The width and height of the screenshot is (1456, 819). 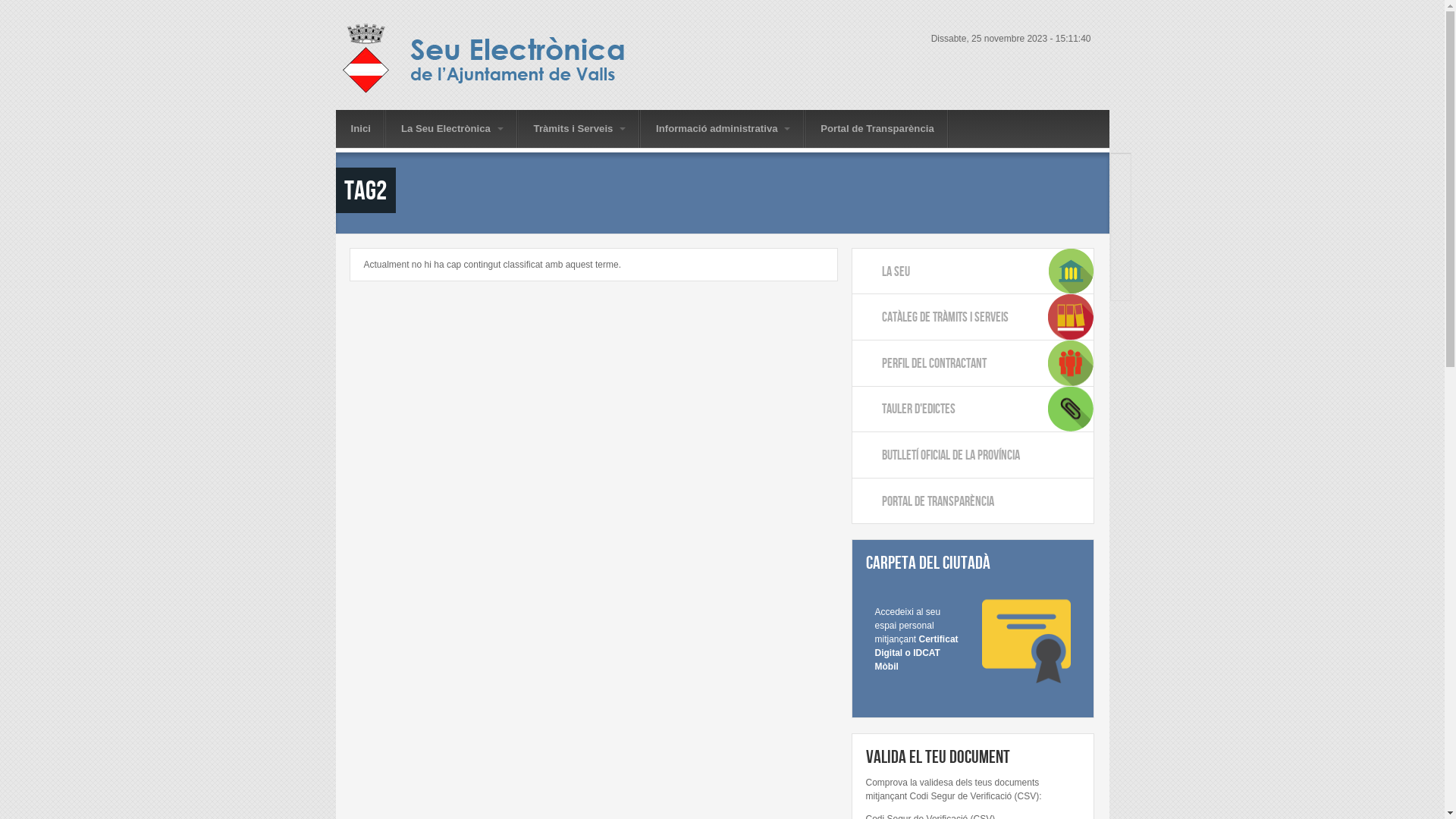 I want to click on 'La Seu', so click(x=972, y=271).